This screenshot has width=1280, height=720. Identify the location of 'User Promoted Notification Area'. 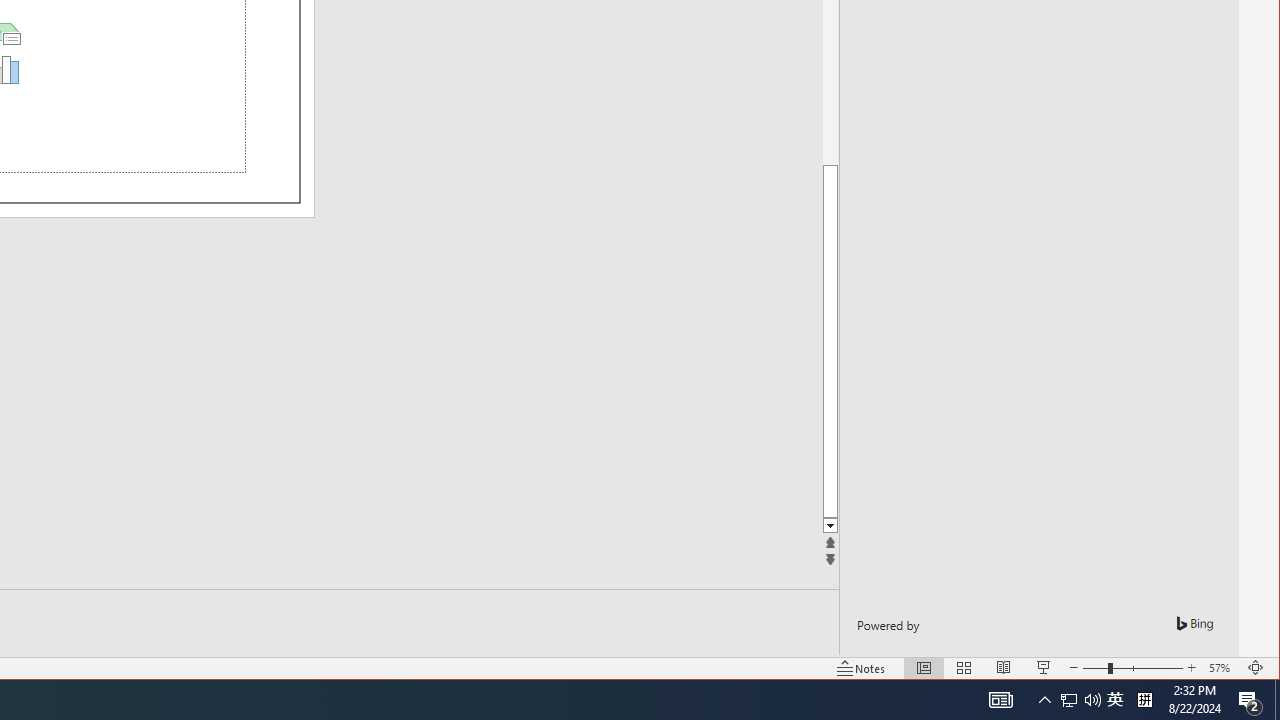
(1114, 698).